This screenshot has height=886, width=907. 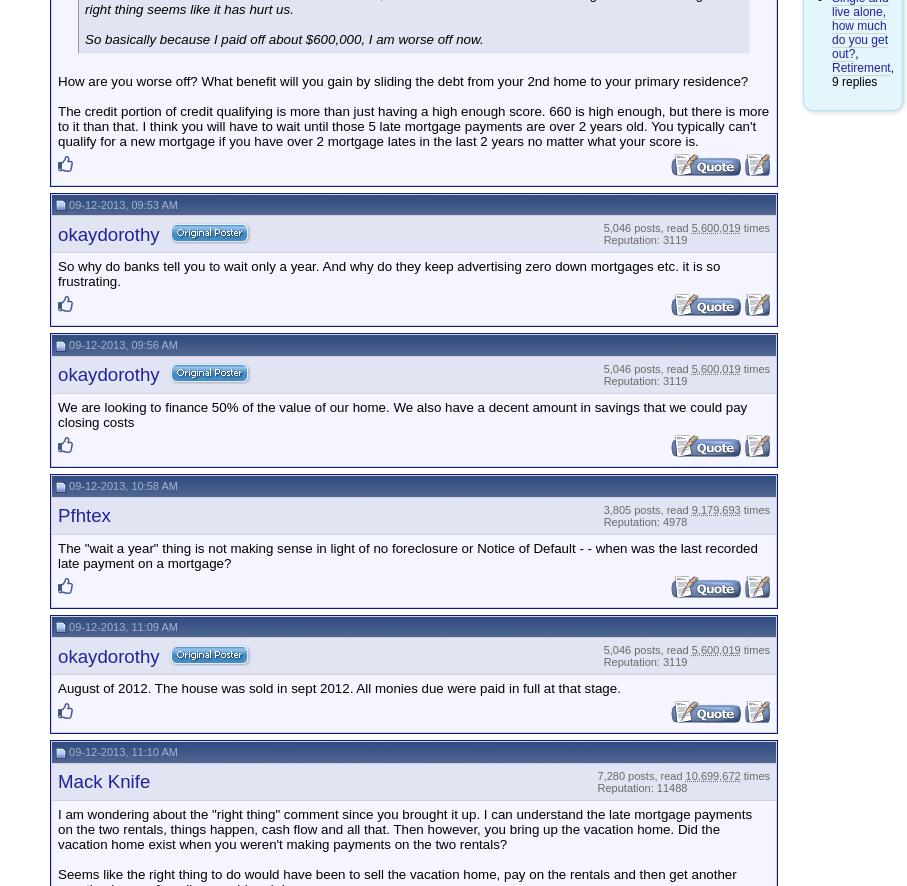 What do you see at coordinates (389, 274) in the screenshot?
I see `'So why do banks tell you to wait only a year. And why do they keep advertising zero down mortgages etc. it is so frustrating.'` at bounding box center [389, 274].